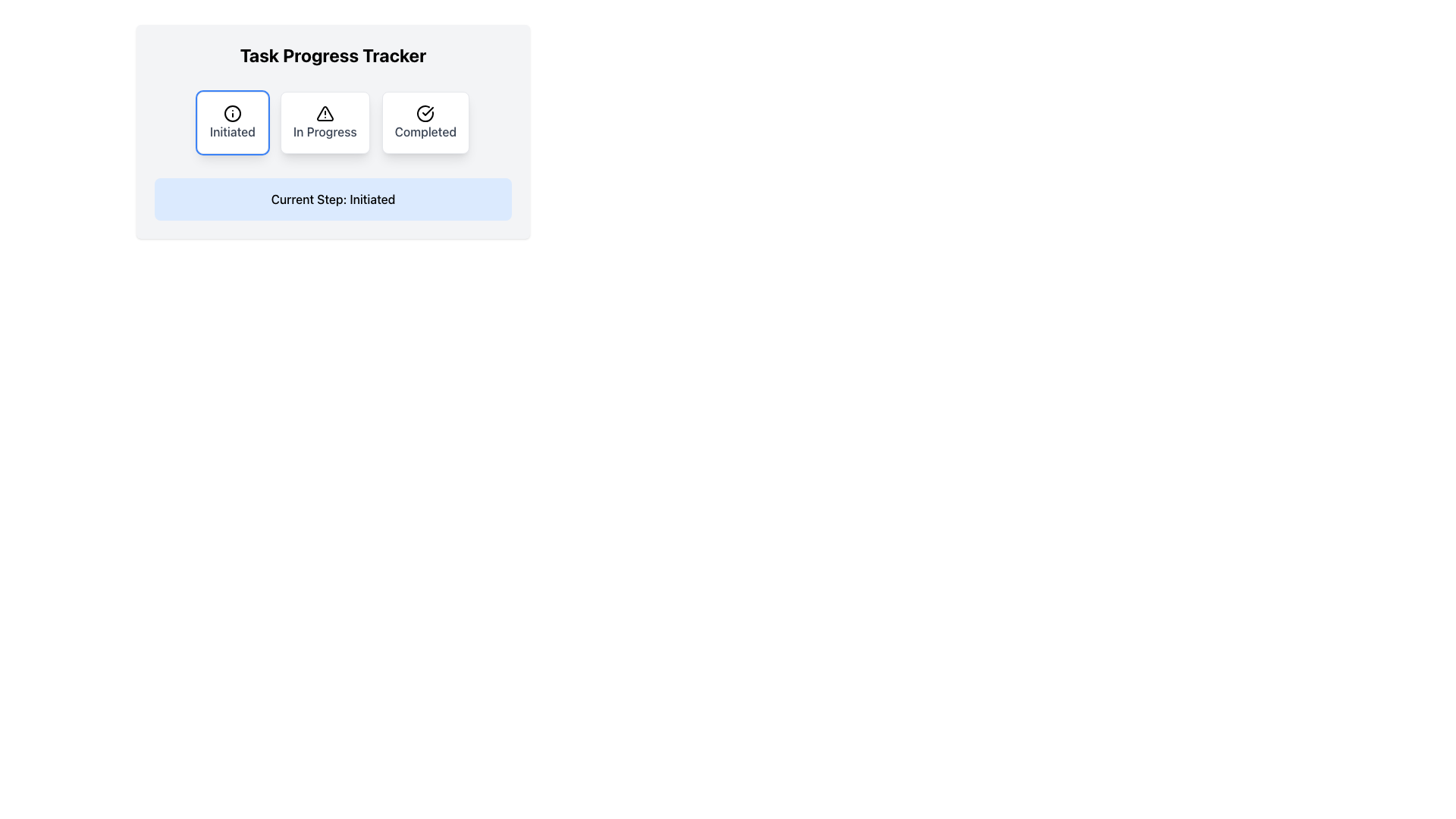 Image resolution: width=1456 pixels, height=819 pixels. I want to click on the triangular warning icon with an exclamation mark, which is located above the 'In Progress' label and is the middle element in a group of three status indicators, so click(324, 113).